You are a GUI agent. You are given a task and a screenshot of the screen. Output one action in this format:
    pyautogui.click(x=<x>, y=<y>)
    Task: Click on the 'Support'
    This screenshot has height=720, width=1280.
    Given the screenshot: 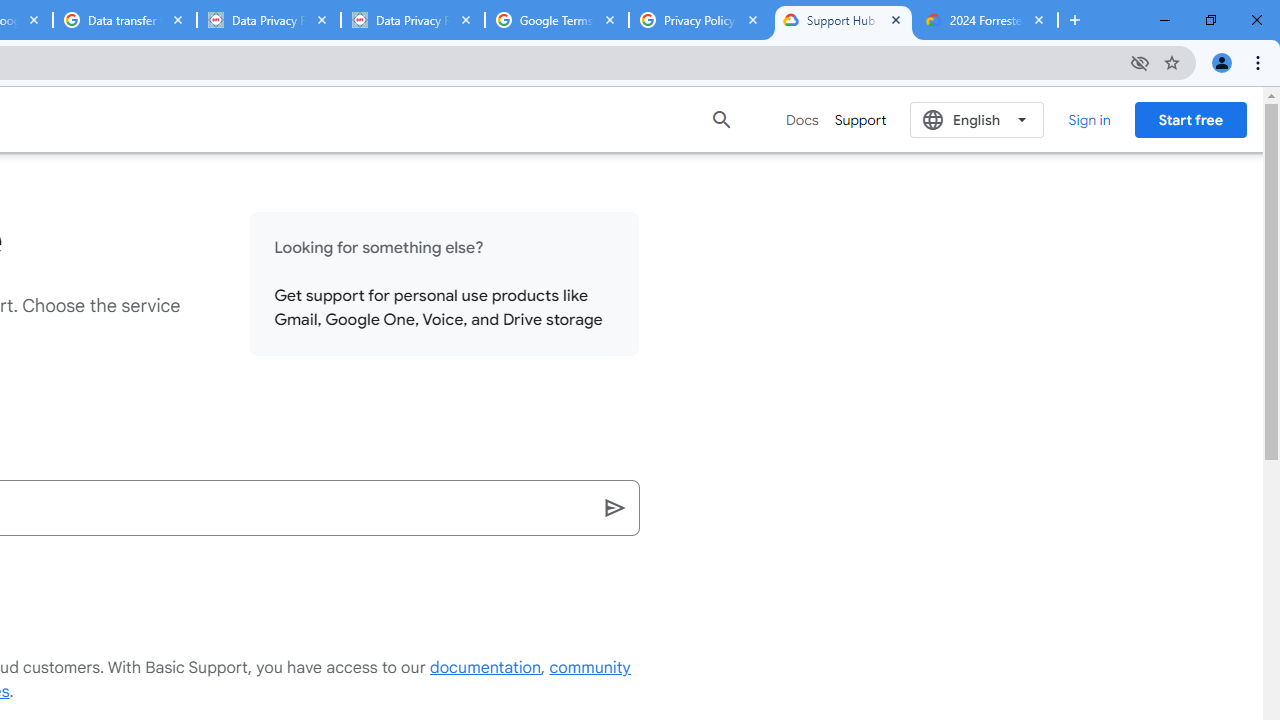 What is the action you would take?
    pyautogui.click(x=860, y=119)
    